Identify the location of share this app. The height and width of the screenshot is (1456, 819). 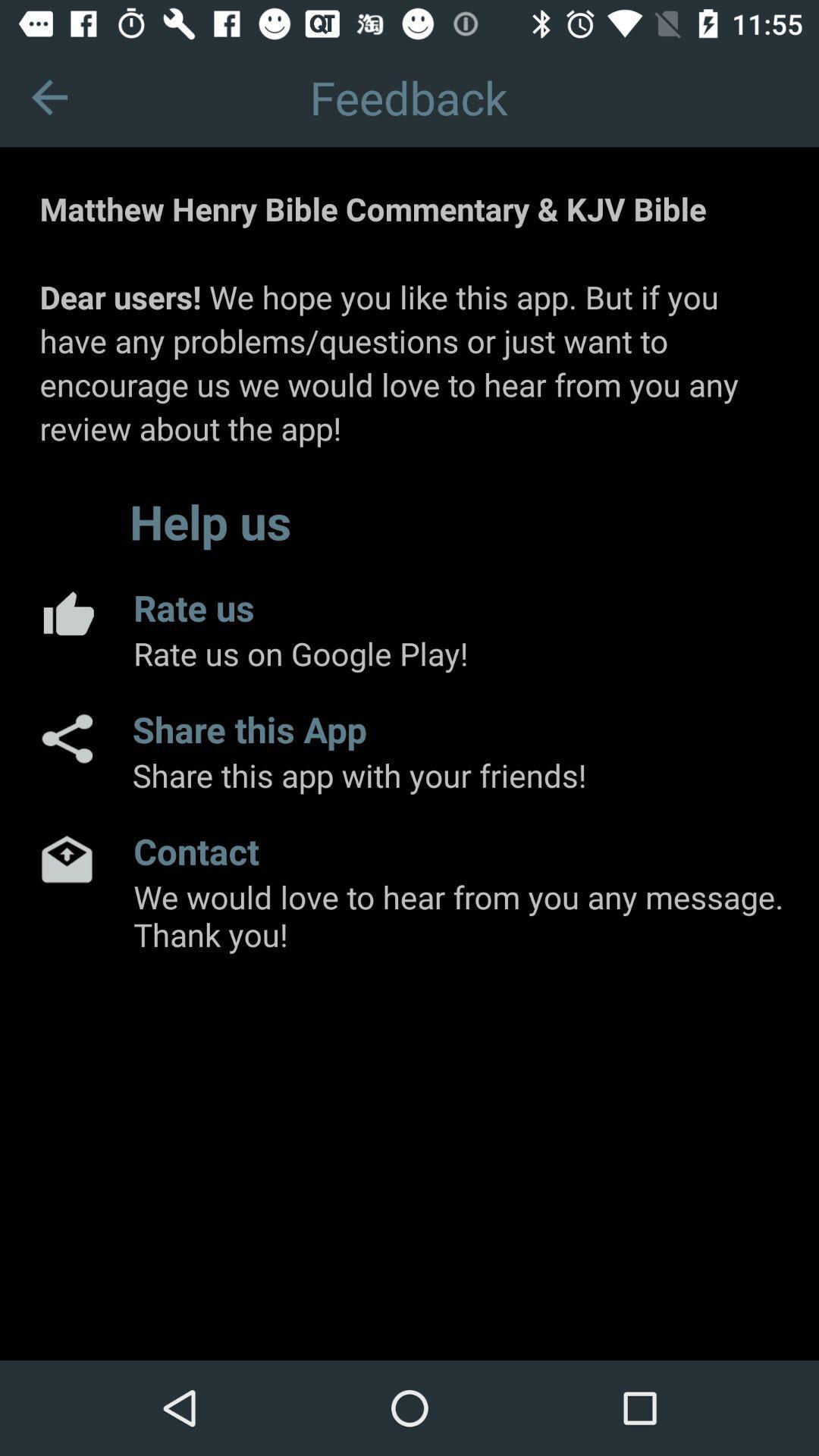
(65, 739).